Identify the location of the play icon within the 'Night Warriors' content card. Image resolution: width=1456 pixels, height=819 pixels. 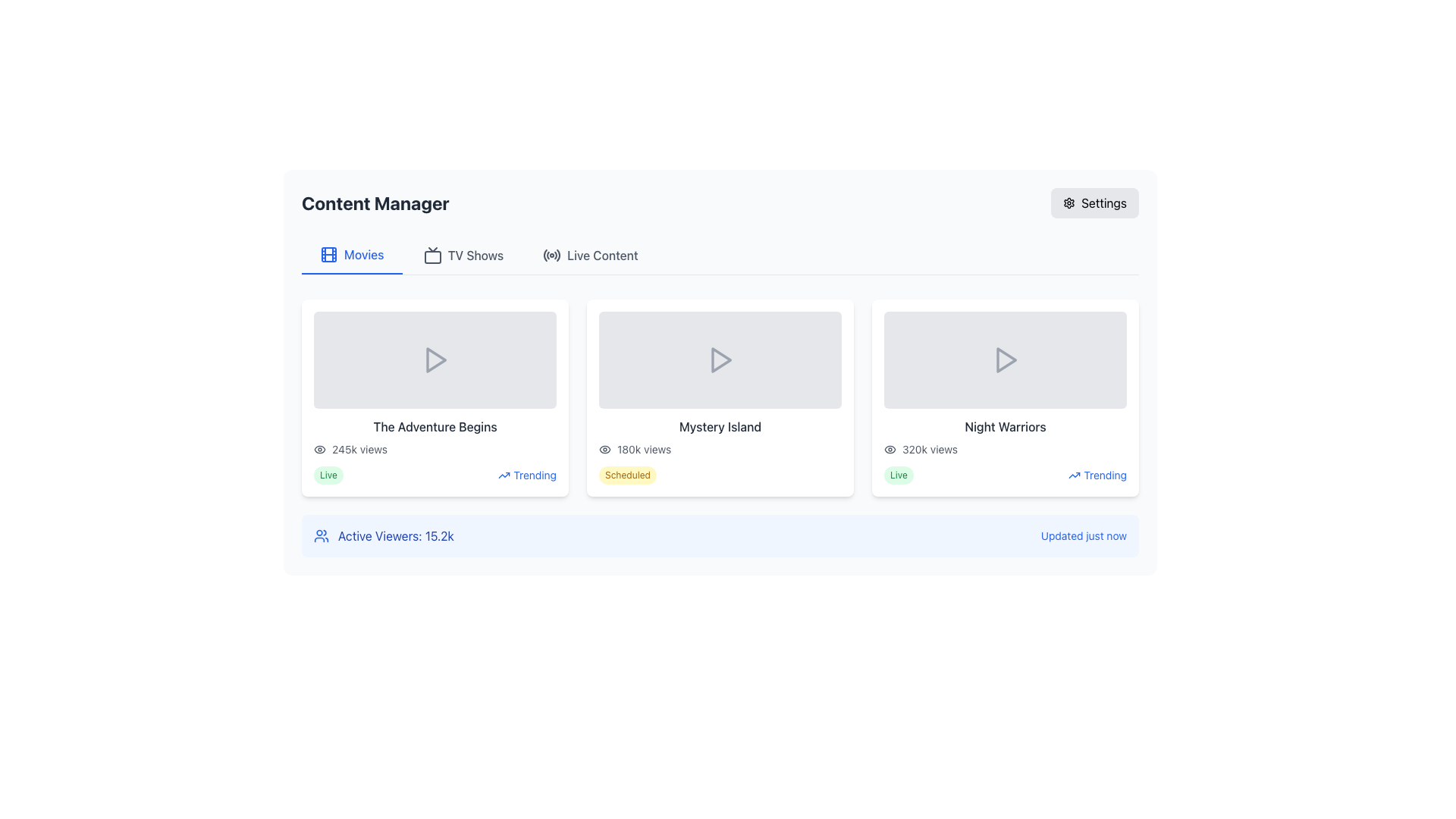
(1006, 359).